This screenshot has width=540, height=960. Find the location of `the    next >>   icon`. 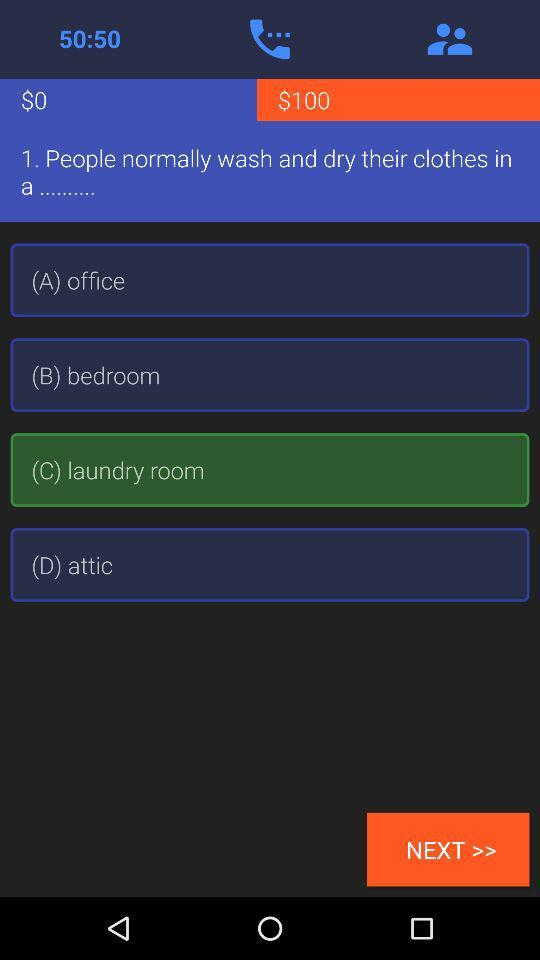

the    next >>   icon is located at coordinates (448, 848).